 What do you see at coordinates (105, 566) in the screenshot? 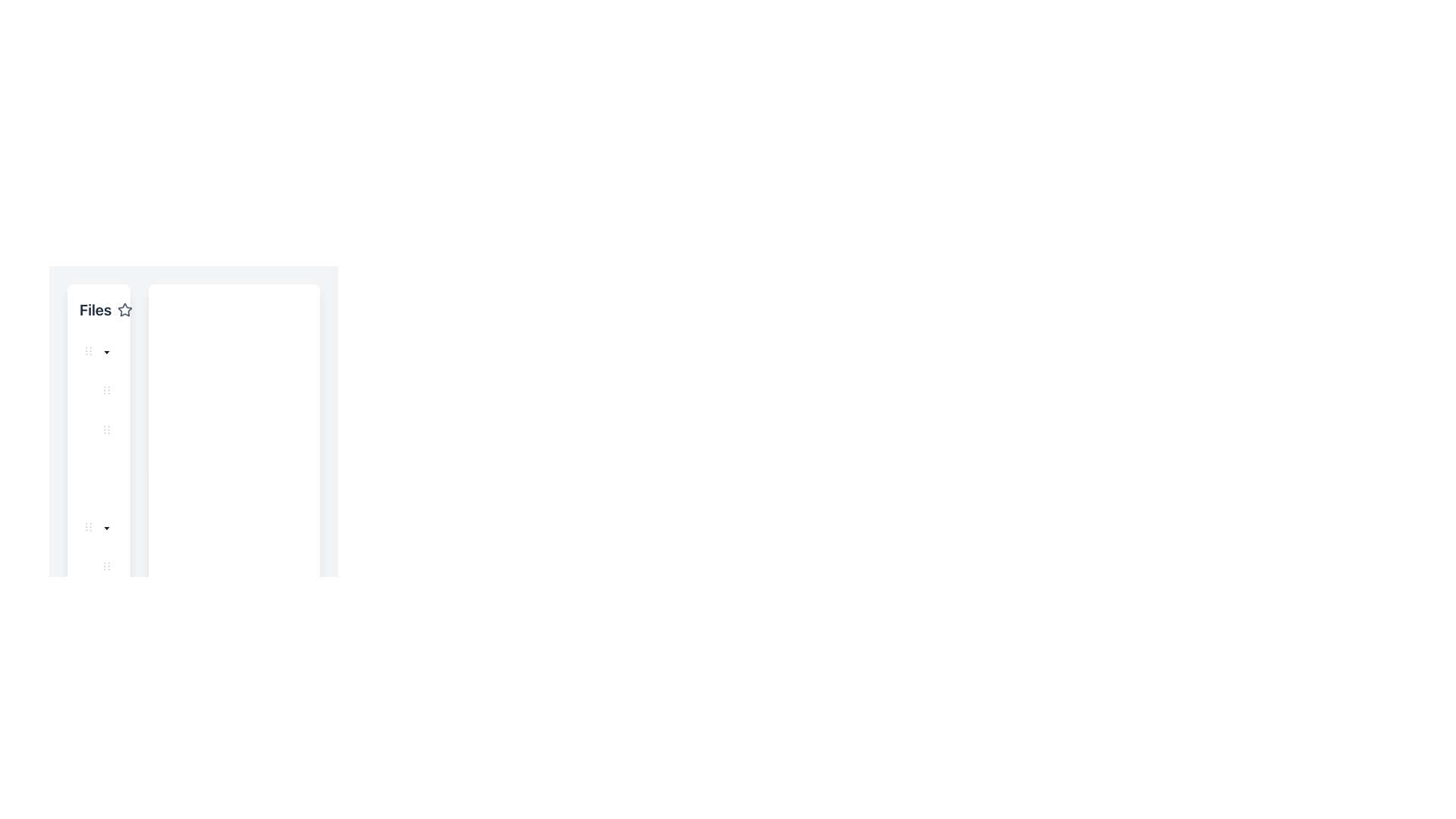
I see `the IconButton located in the left sidebar labeled 'Files', which serves as a drag handle or visual marker for interacting with its associated item` at bounding box center [105, 566].